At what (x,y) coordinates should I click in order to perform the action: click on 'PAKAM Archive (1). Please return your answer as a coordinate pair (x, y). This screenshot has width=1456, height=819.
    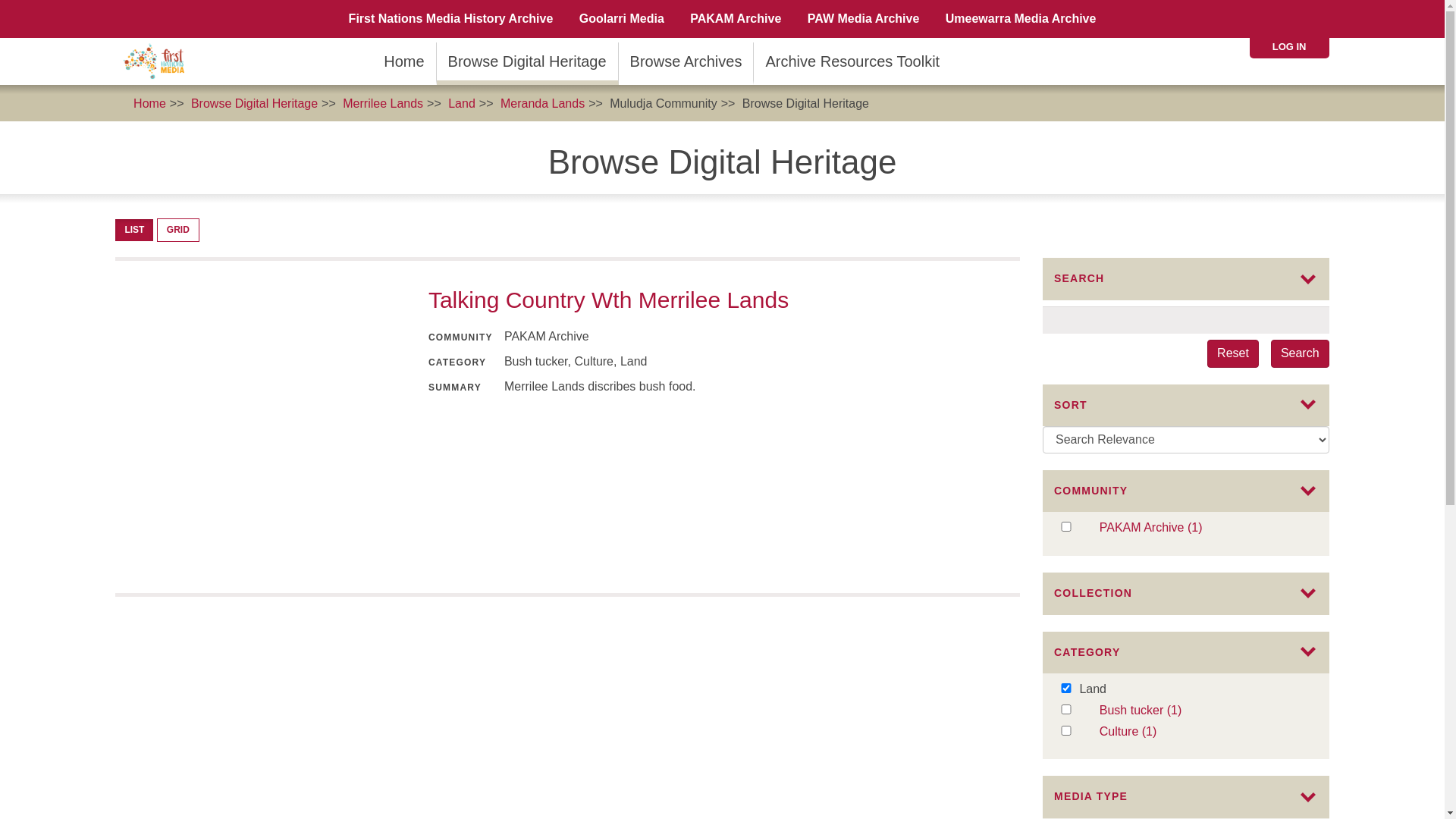
    Looking at the image, I should click on (1099, 527).